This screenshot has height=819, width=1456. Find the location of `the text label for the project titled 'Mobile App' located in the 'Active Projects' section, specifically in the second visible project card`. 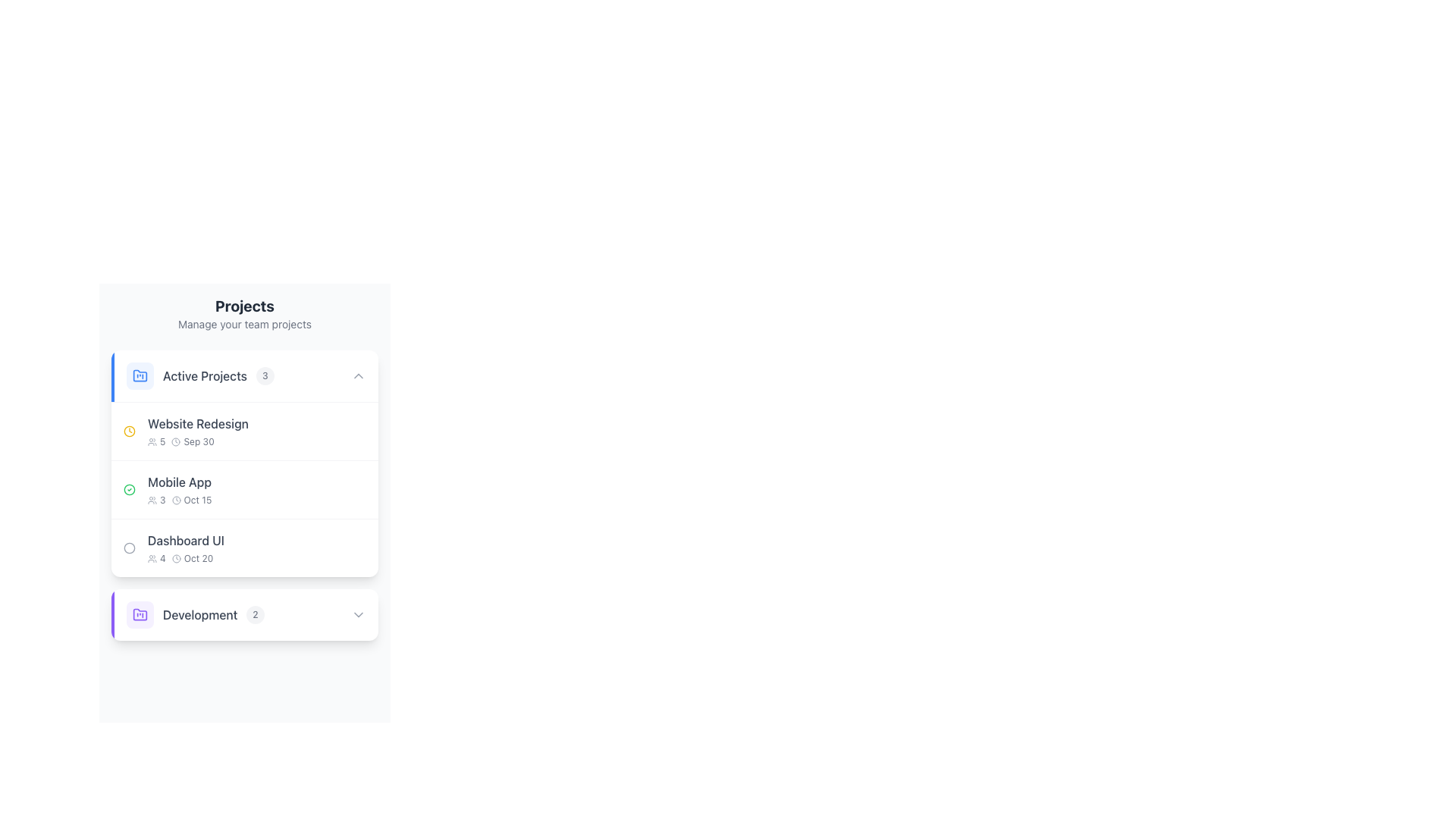

the text label for the project titled 'Mobile App' located in the 'Active Projects' section, specifically in the second visible project card is located at coordinates (180, 482).